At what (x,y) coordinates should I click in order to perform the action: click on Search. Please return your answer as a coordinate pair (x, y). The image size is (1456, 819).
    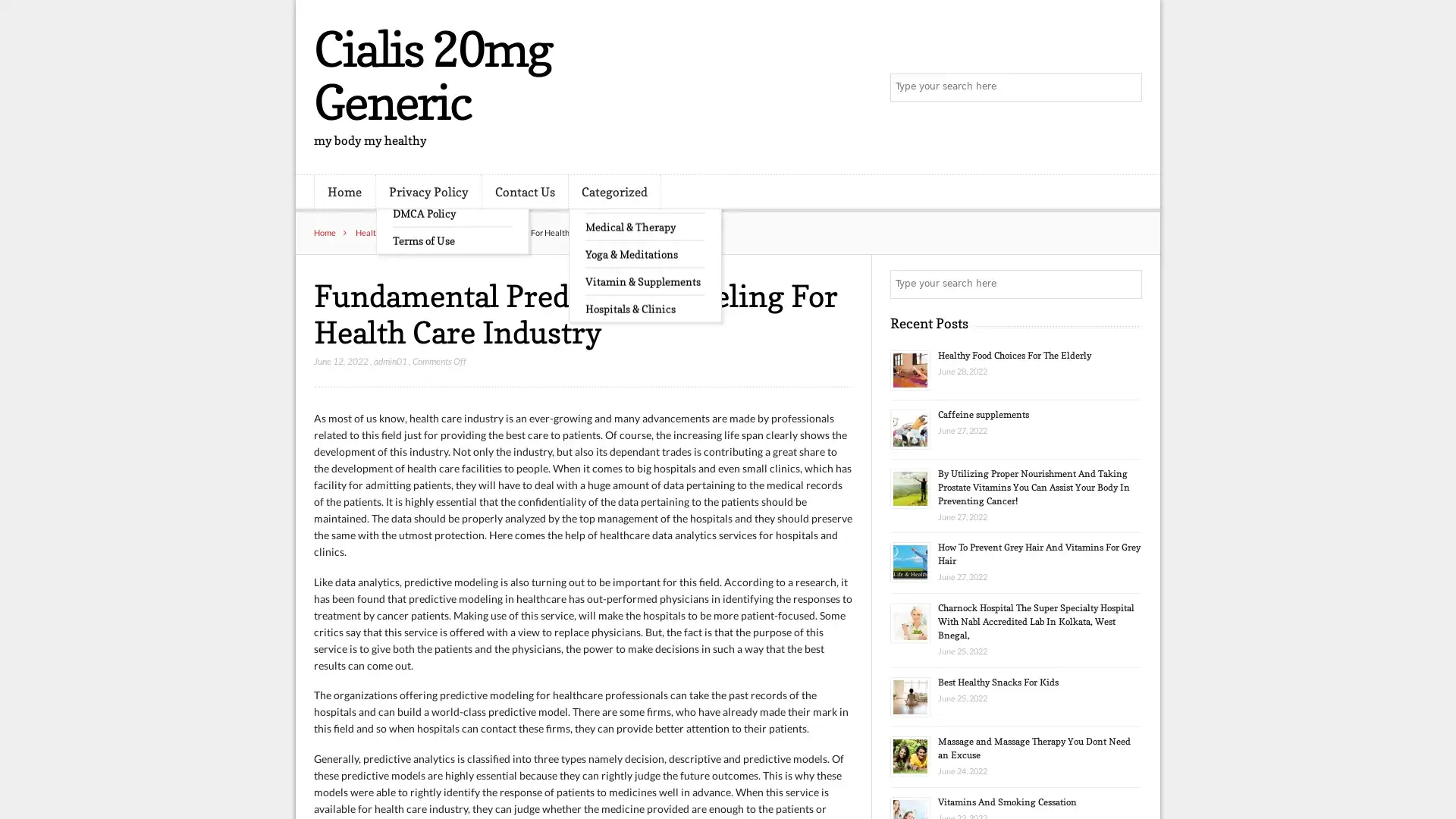
    Looking at the image, I should click on (1126, 284).